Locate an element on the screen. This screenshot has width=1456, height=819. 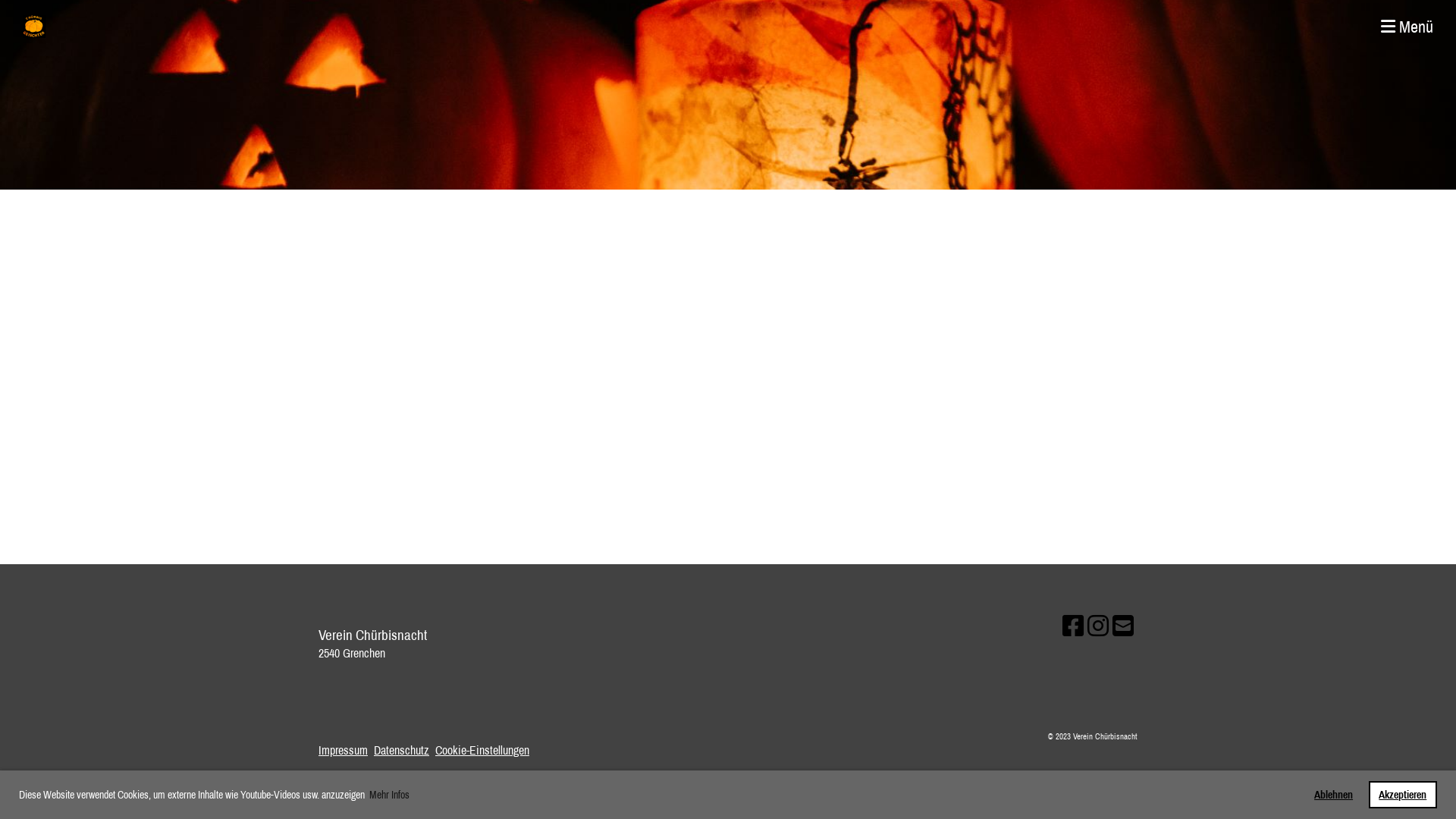
'Mehr Infos' is located at coordinates (367, 794).